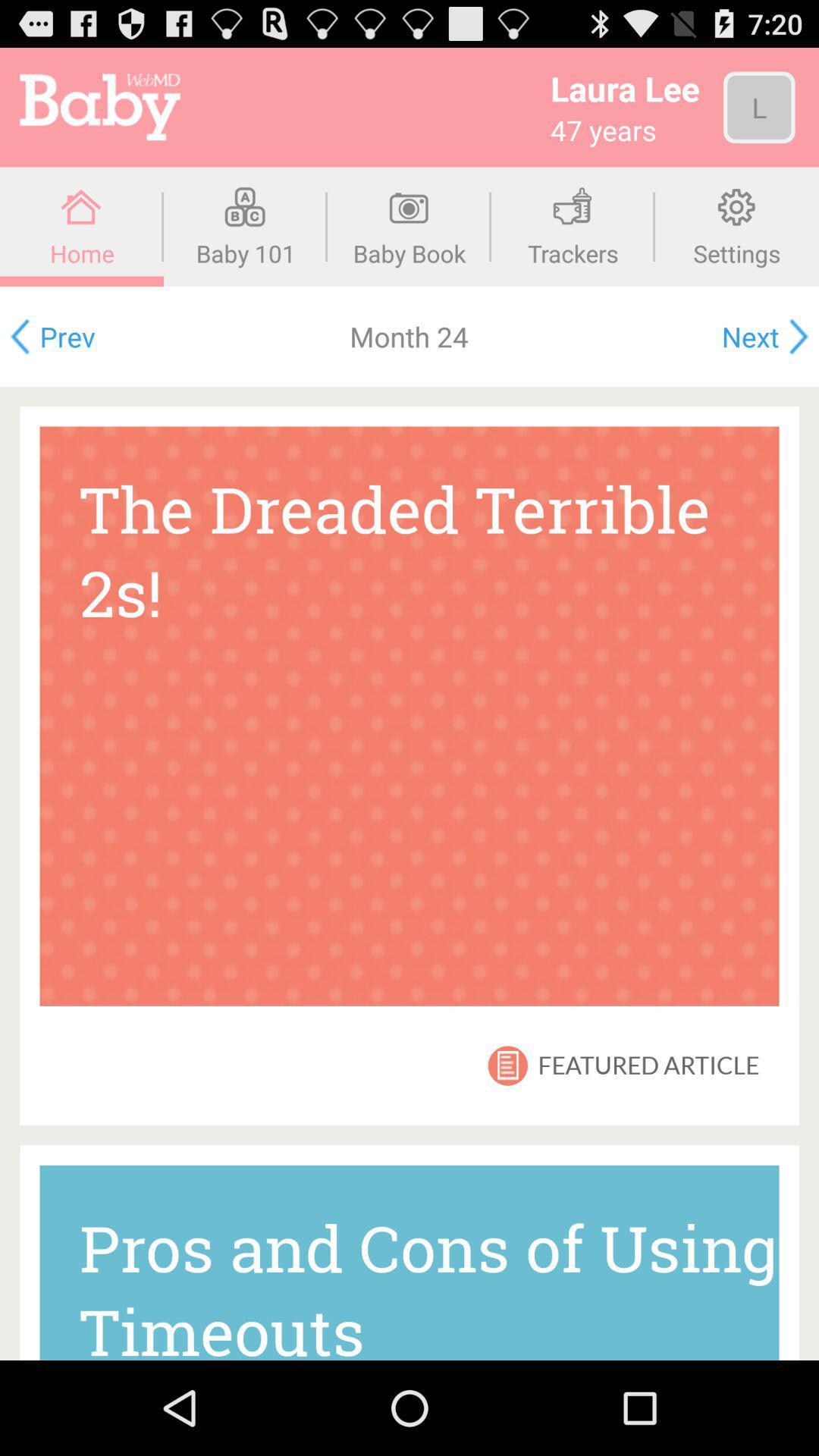 This screenshot has height=1456, width=819. What do you see at coordinates (409, 226) in the screenshot?
I see `the text box which says baby book` at bounding box center [409, 226].